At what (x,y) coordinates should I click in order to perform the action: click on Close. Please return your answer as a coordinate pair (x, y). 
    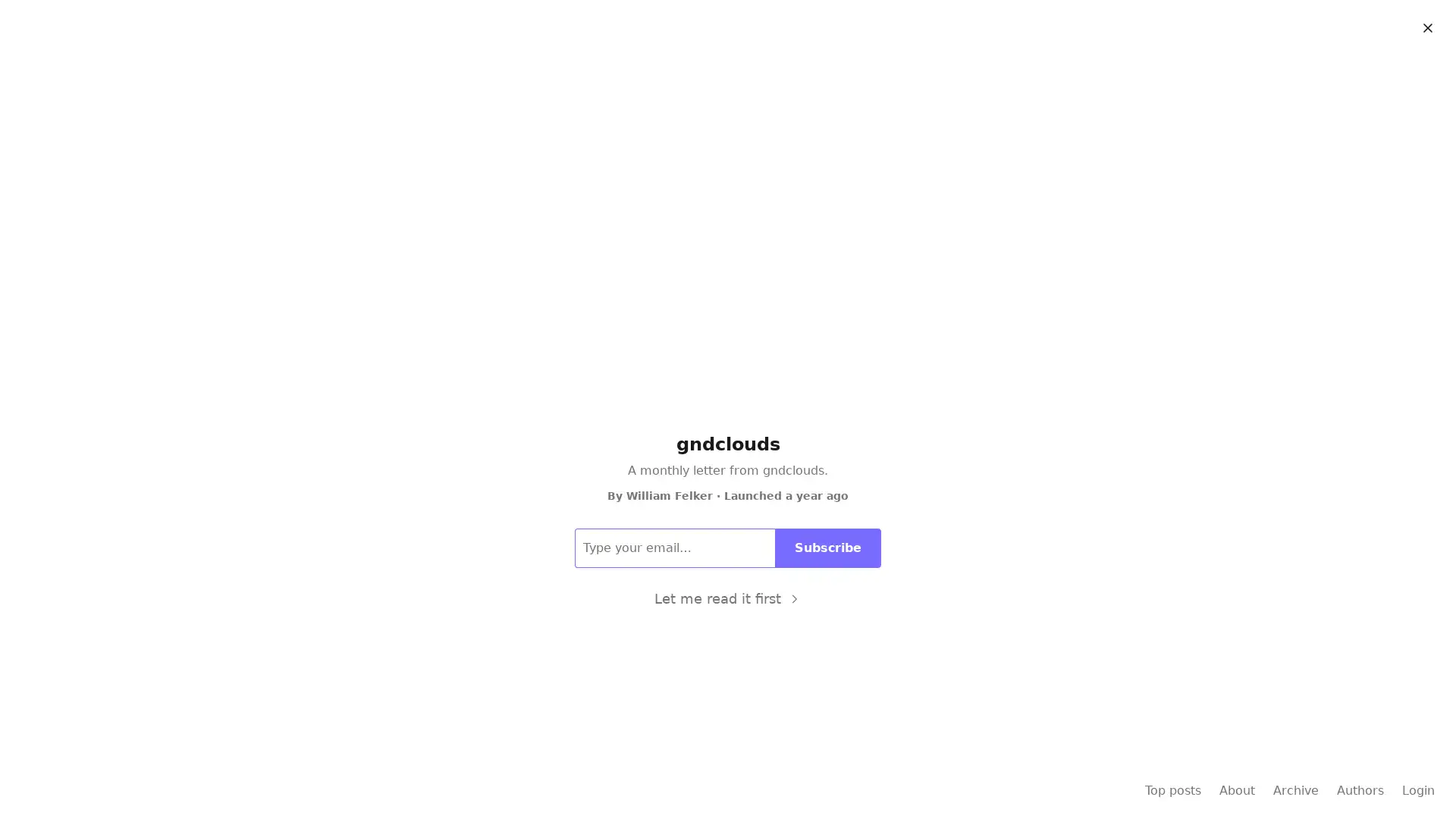
    Looking at the image, I should click on (1426, 28).